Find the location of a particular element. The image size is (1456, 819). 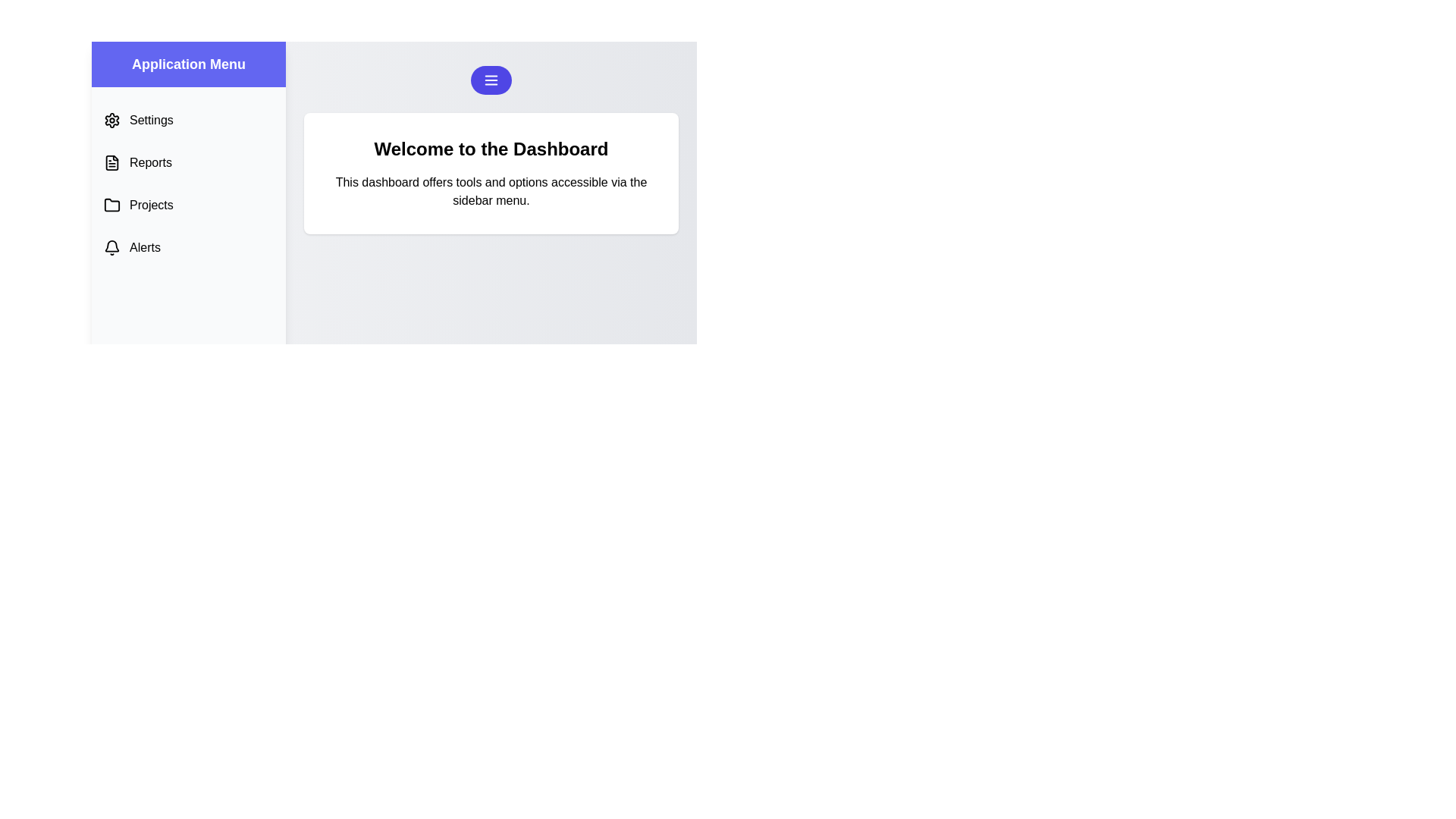

the menu option labeled 'Projects' to see its hover effect is located at coordinates (188, 205).